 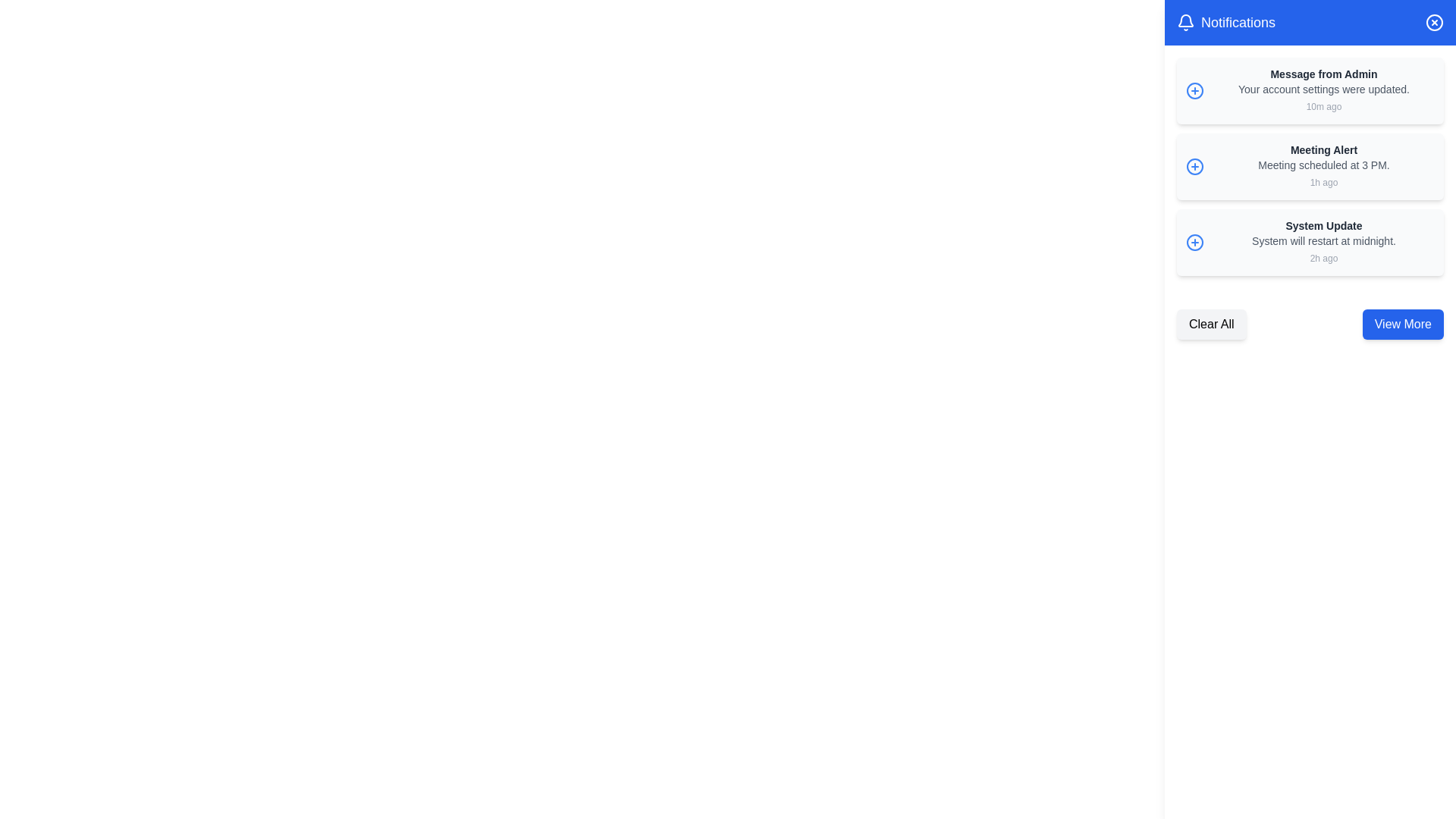 What do you see at coordinates (1323, 106) in the screenshot?
I see `the timestamp text label indicating when the associated notification was received, located at the bottom-right corner of the first notification item` at bounding box center [1323, 106].